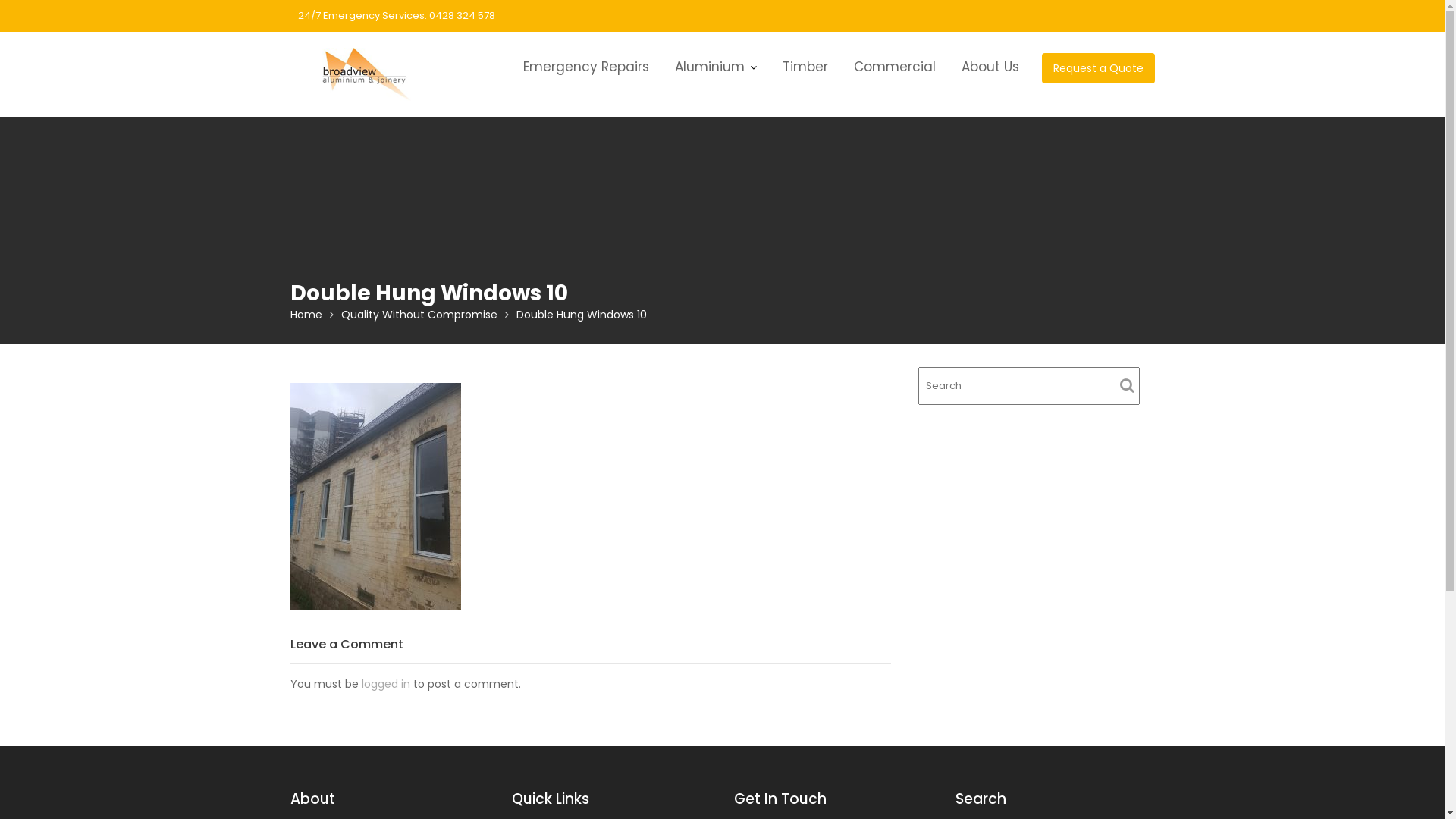  Describe the element at coordinates (990, 66) in the screenshot. I see `'About Us'` at that location.